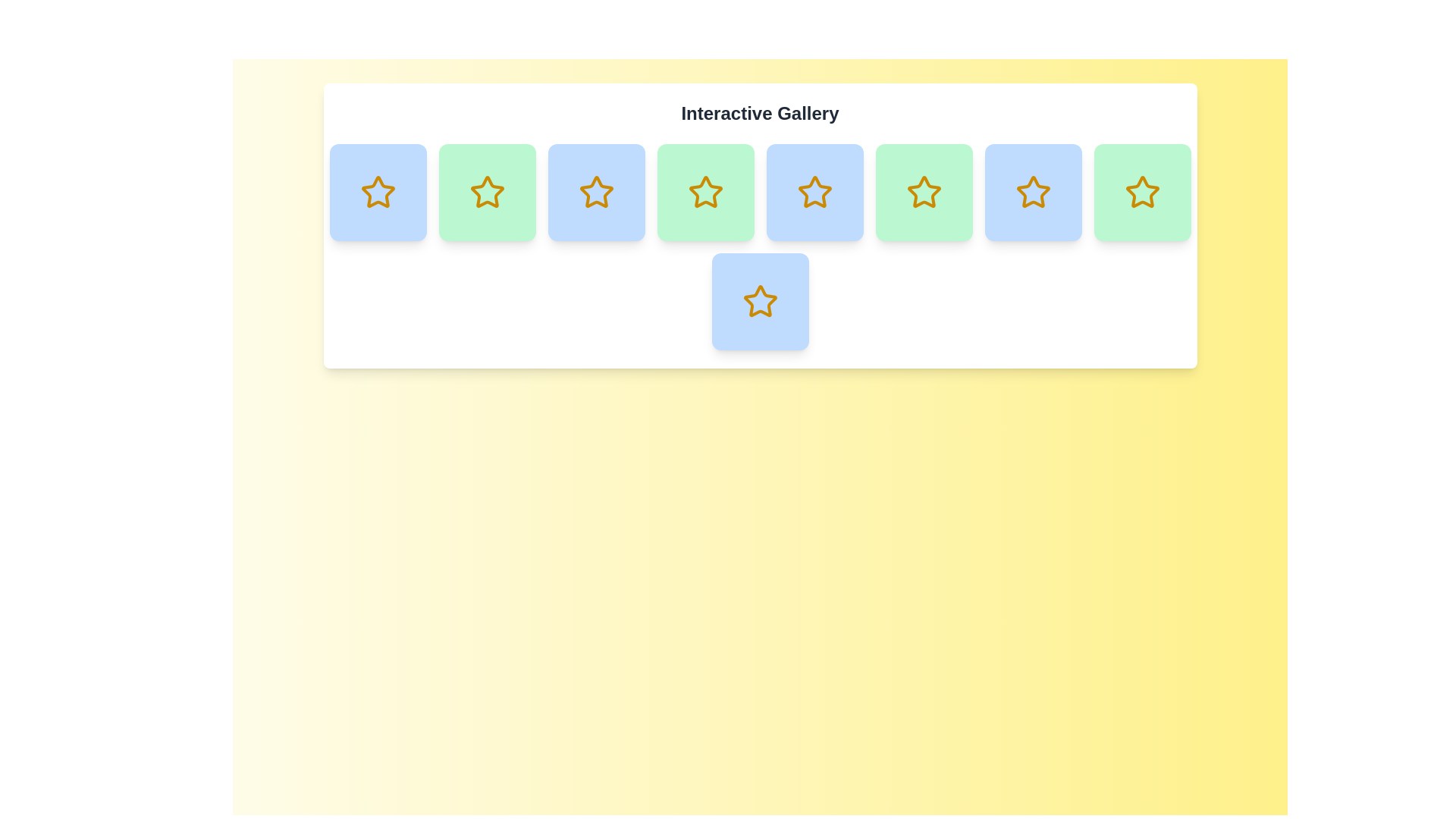  What do you see at coordinates (595, 192) in the screenshot?
I see `the decorative square with a star icon, which is the third square from the left in the top row of the grid layout` at bounding box center [595, 192].